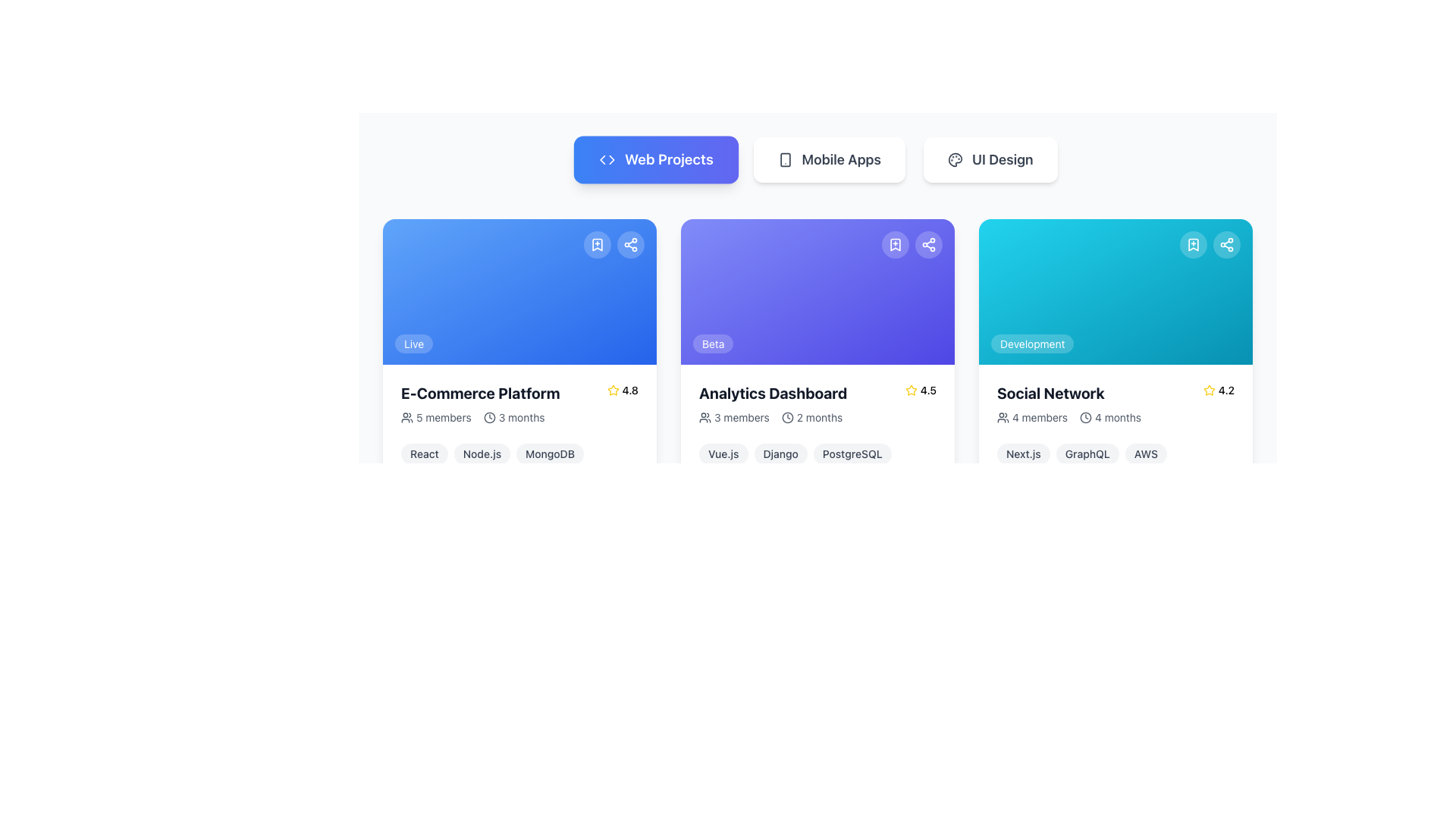 The height and width of the screenshot is (819, 1456). What do you see at coordinates (1226, 390) in the screenshot?
I see `the numerical rating text label displaying '4.2', which is located in the lower-right corner of the 'Social Network' card and is adjacent to a star icon` at bounding box center [1226, 390].